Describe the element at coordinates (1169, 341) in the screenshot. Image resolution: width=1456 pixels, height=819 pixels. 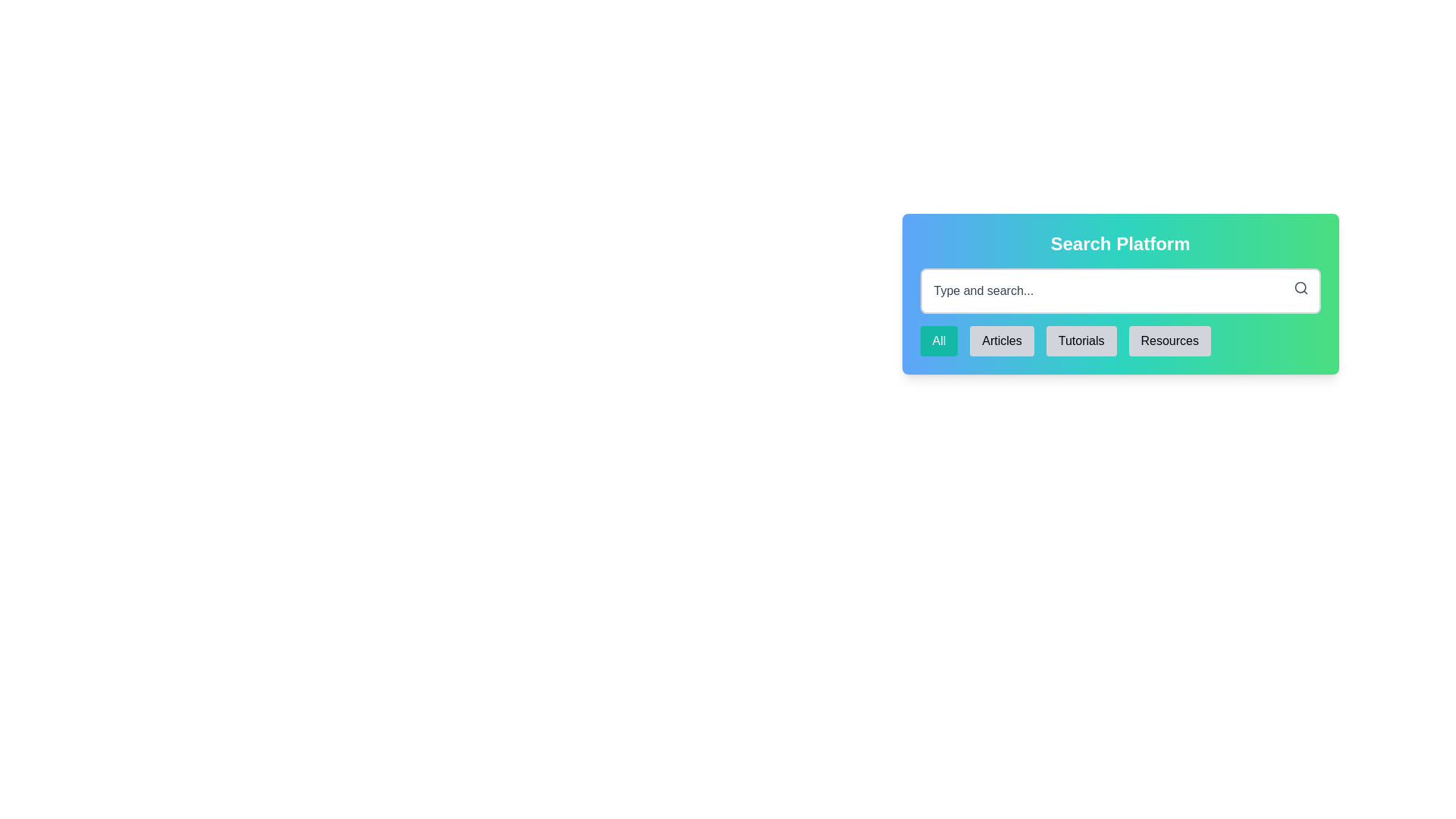
I see `the 'Resources' button, which is the rightmost button in the group of four buttons below the search bar` at that location.